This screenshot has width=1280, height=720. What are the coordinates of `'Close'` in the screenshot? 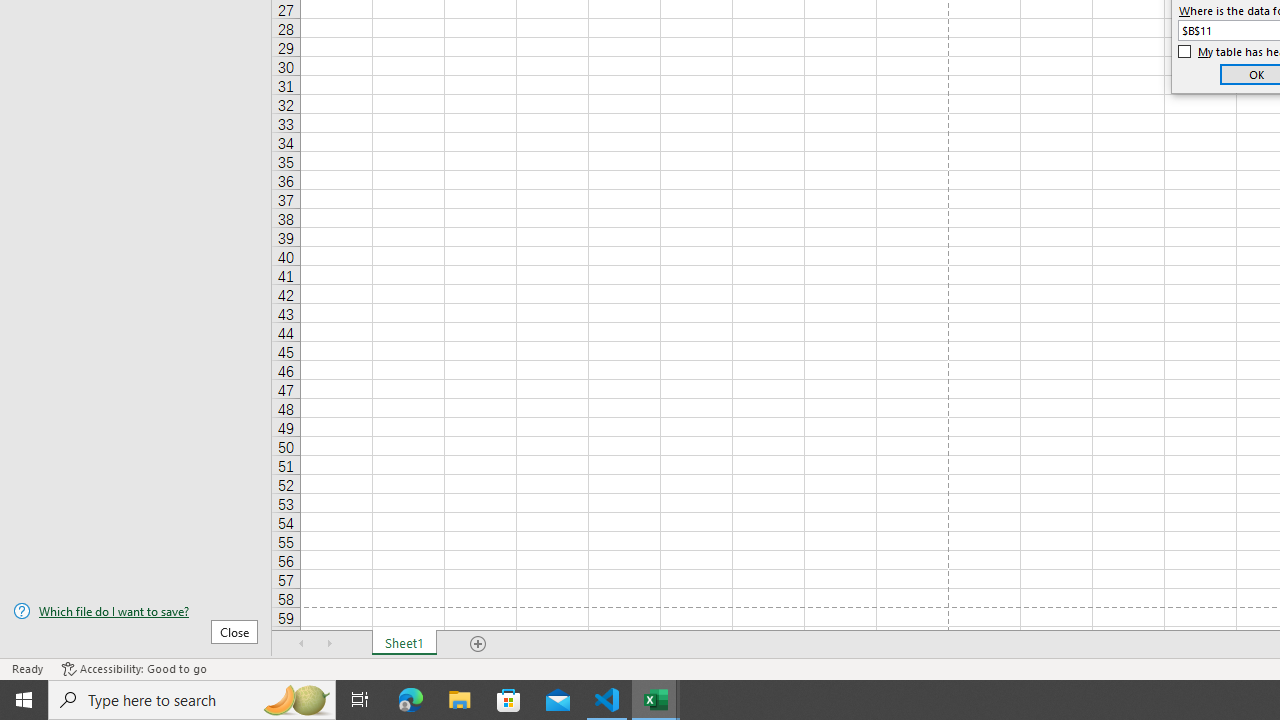 It's located at (234, 631).